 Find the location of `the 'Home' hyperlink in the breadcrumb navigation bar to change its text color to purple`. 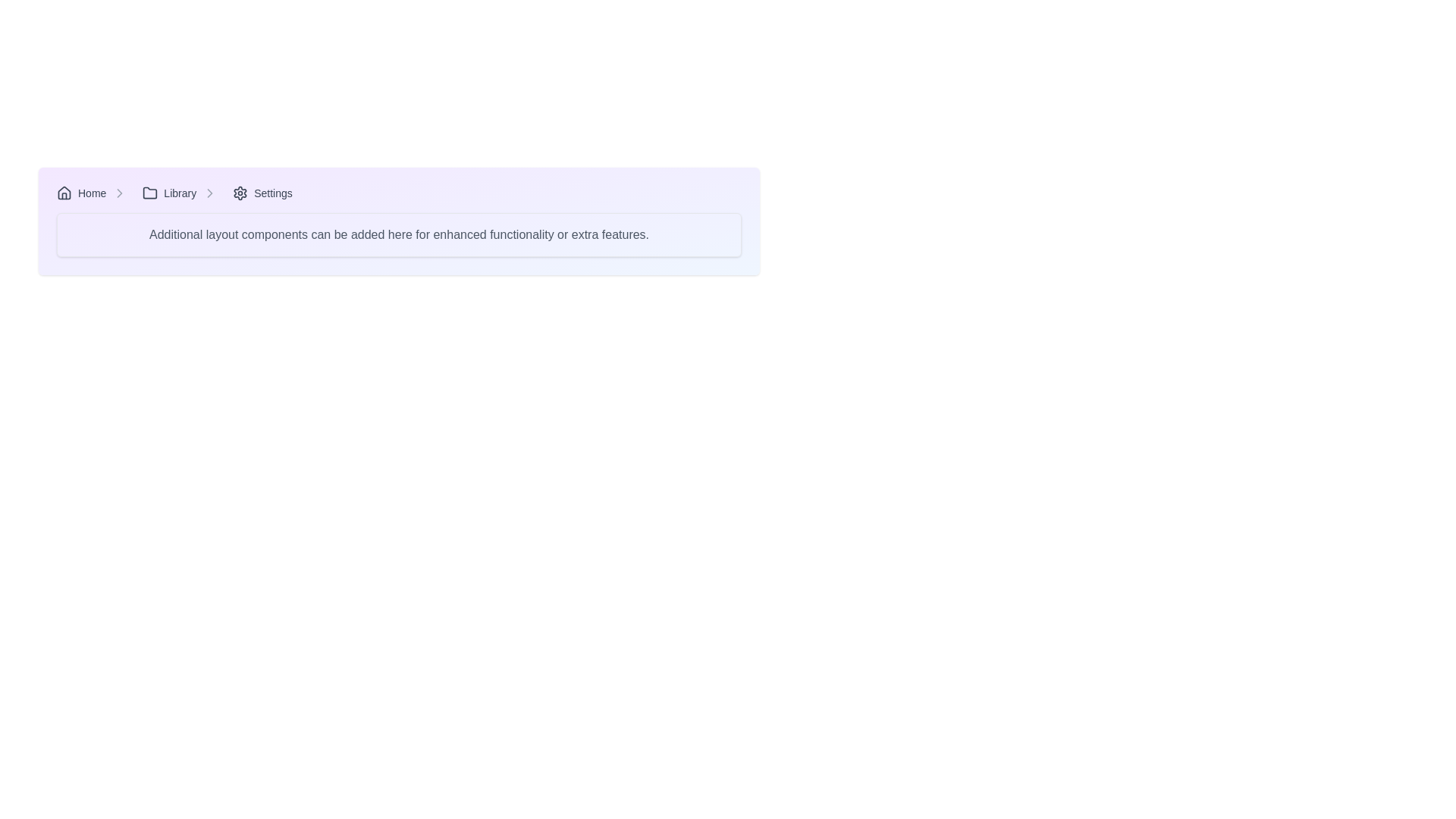

the 'Home' hyperlink in the breadcrumb navigation bar to change its text color to purple is located at coordinates (80, 192).